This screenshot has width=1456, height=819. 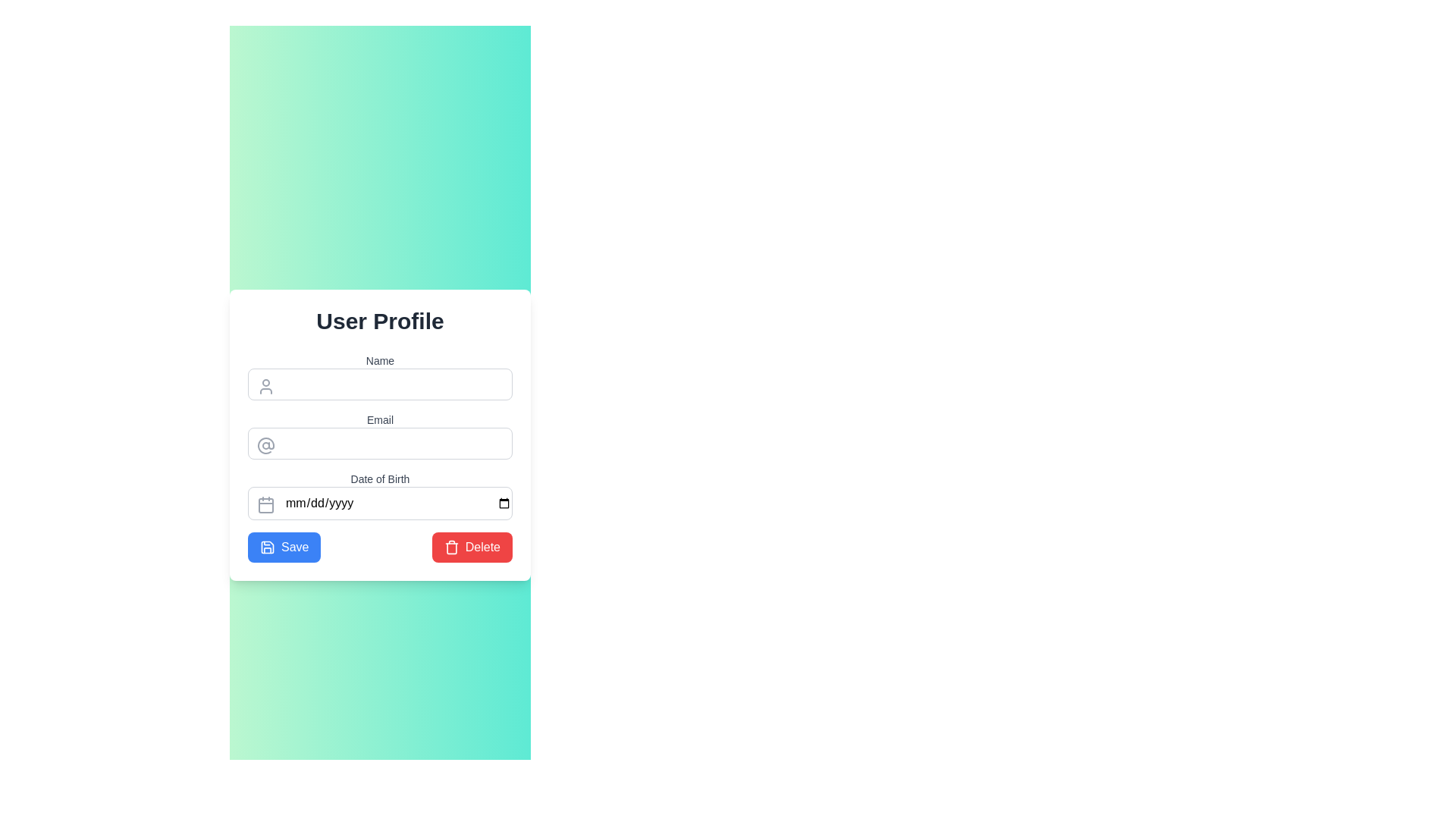 I want to click on the save action icon located on the left side of the 'Save' button, so click(x=268, y=547).